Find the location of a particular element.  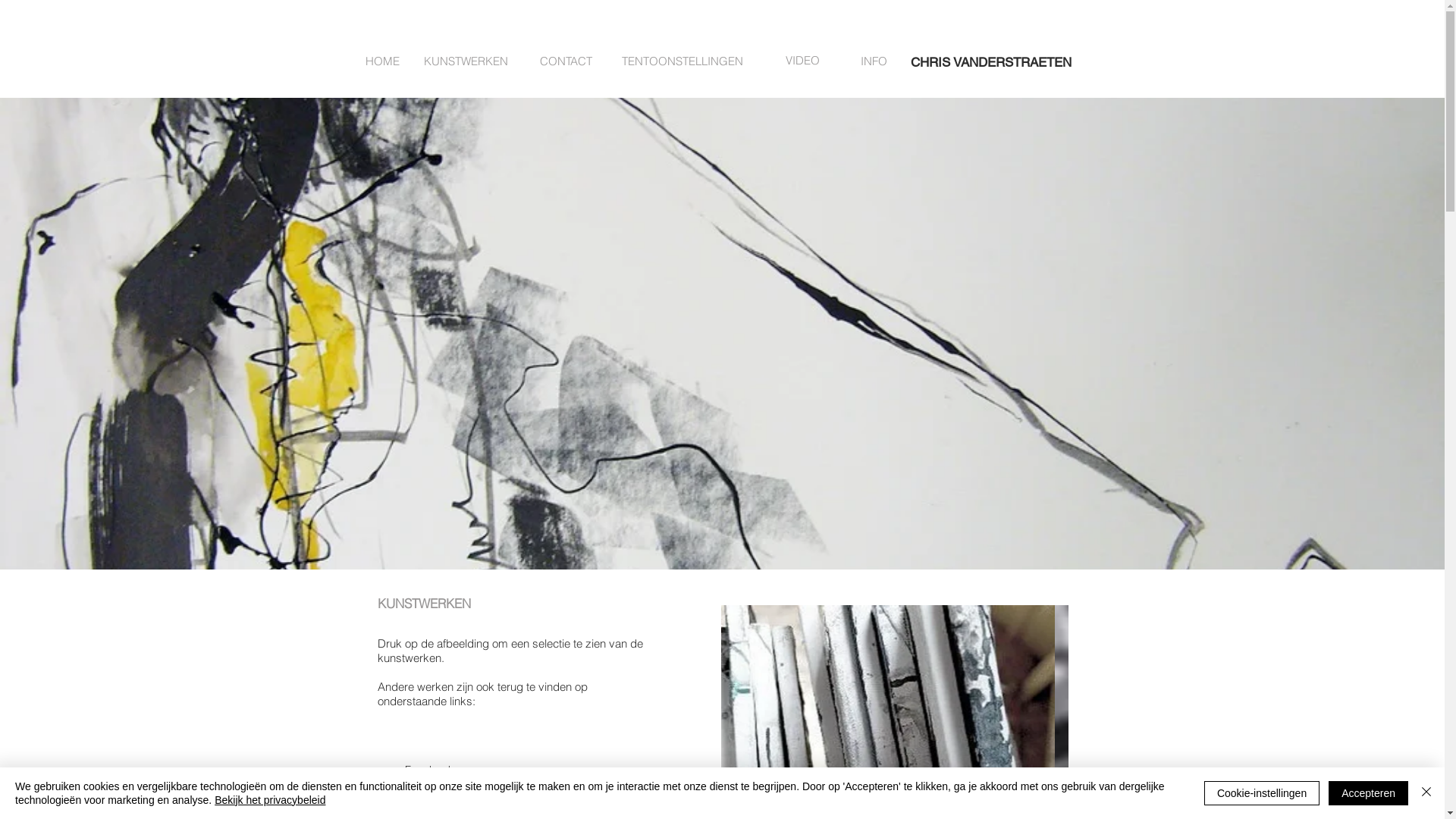

'KUNSTWERKEN' is located at coordinates (464, 60).